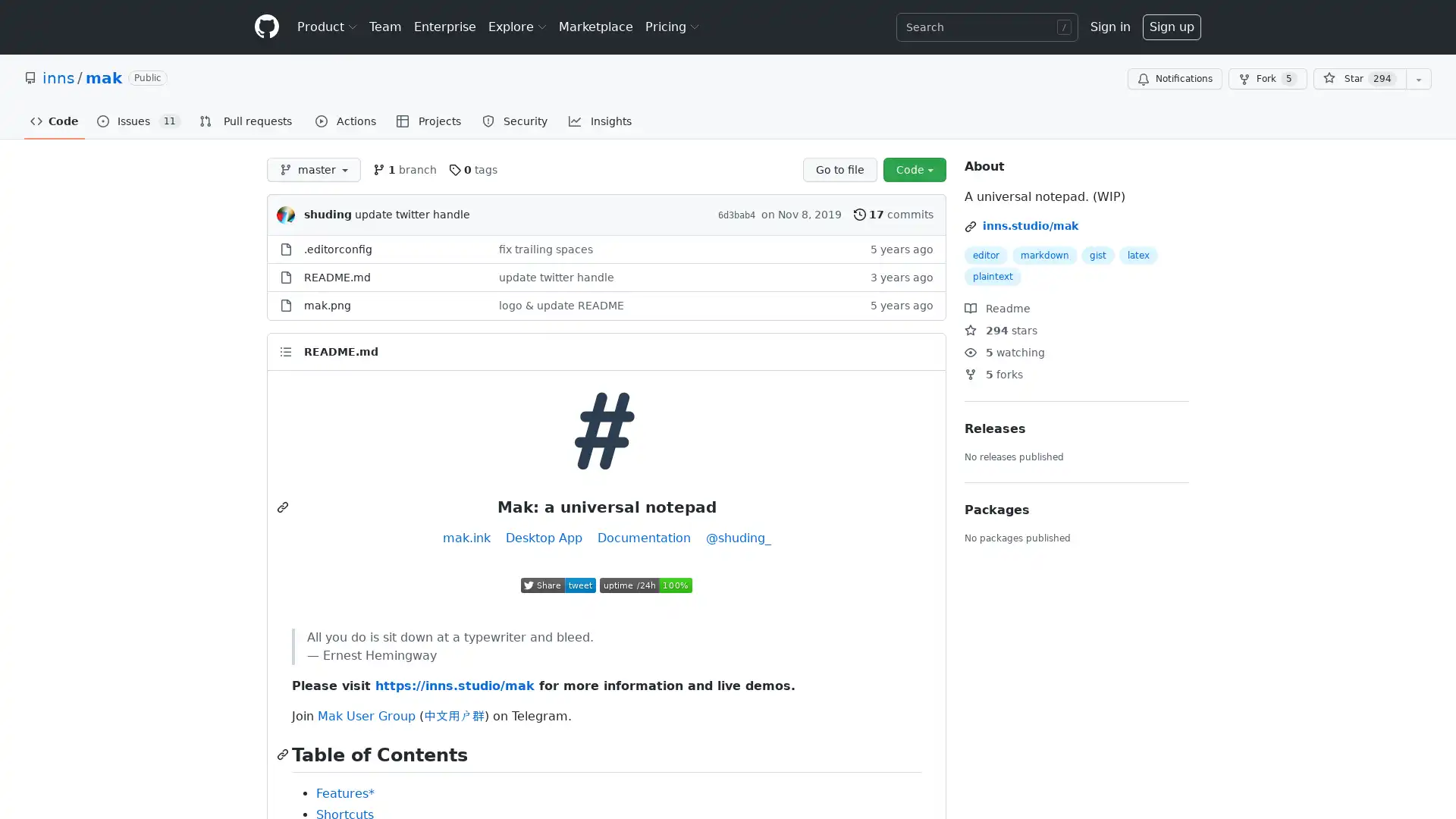 This screenshot has height=819, width=1456. Describe the element at coordinates (1418, 79) in the screenshot. I see `You must be signed in to add this repository to a list` at that location.